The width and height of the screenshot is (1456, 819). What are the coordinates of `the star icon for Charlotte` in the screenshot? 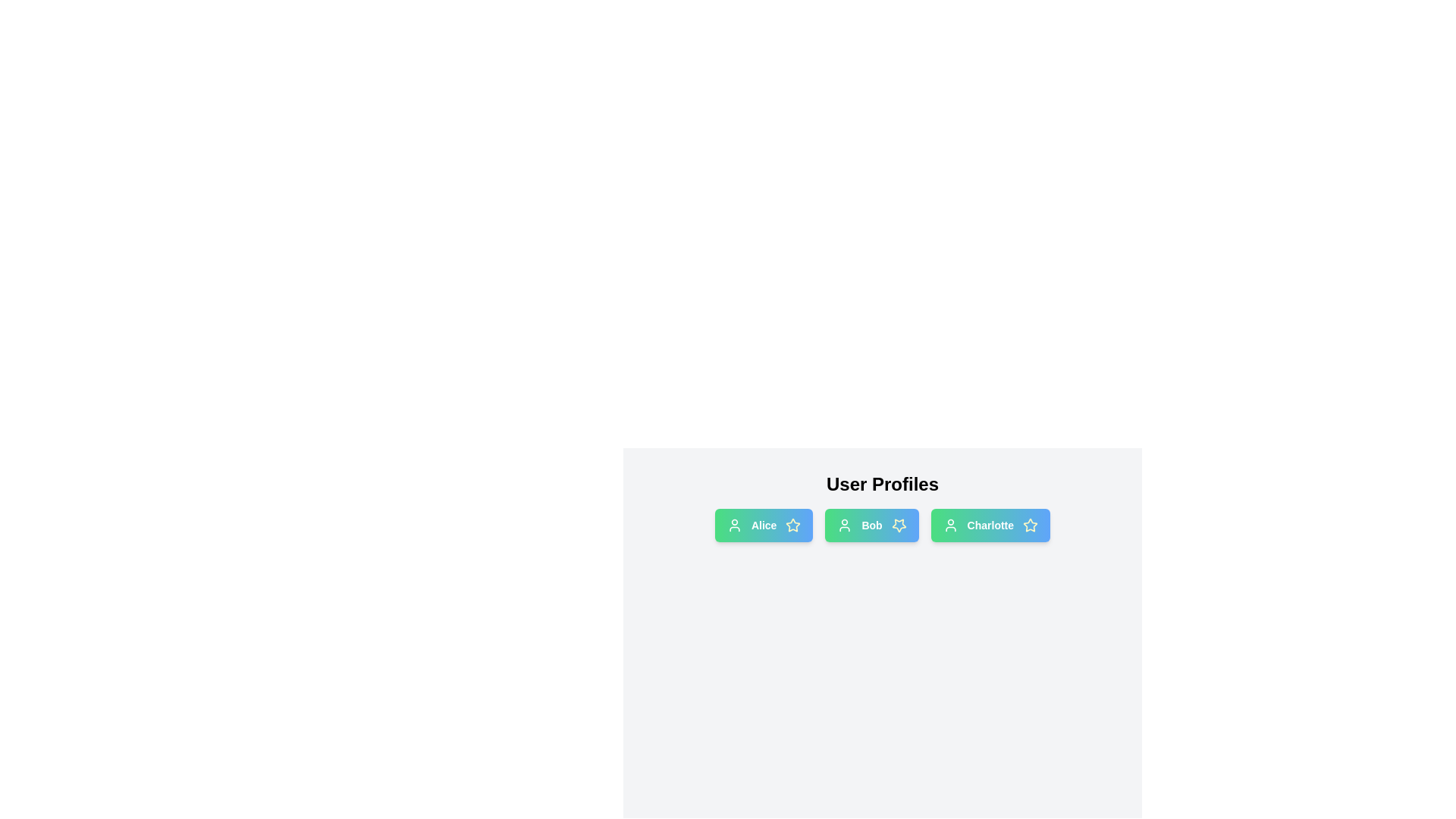 It's located at (1030, 525).